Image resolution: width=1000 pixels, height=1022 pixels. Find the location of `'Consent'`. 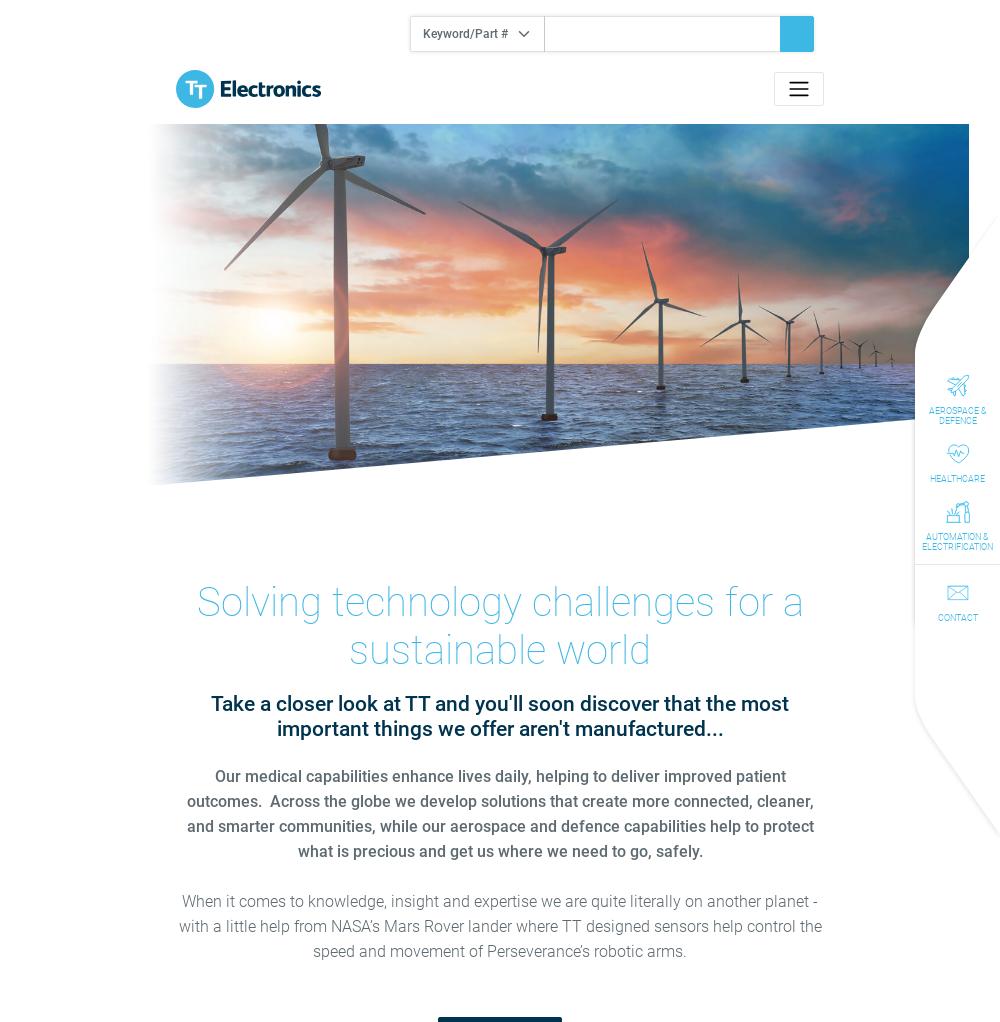

'Consent' is located at coordinates (198, 379).